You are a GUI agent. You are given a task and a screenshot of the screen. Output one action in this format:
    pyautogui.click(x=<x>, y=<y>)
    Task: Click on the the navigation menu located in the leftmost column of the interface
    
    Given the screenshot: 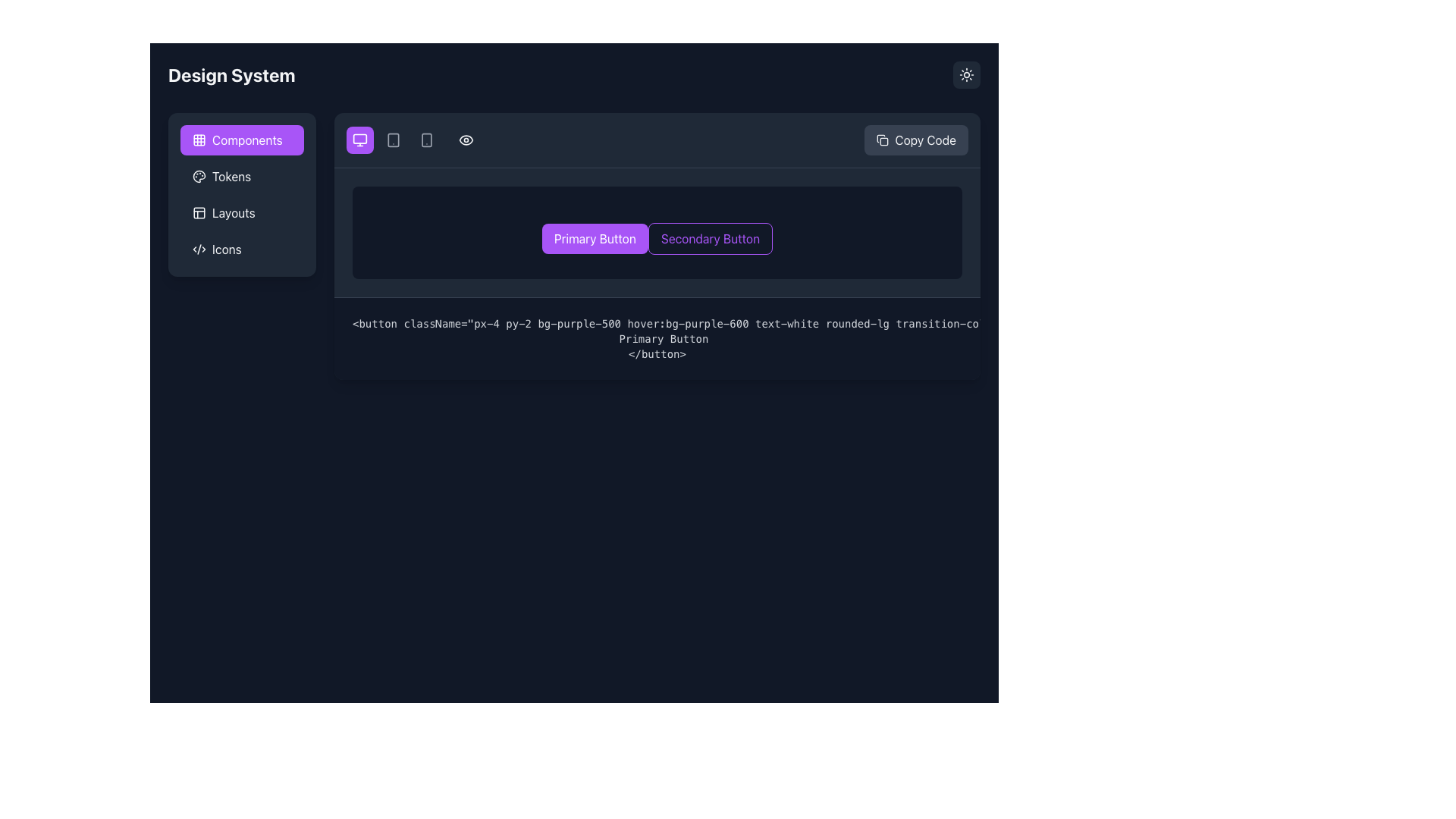 What is the action you would take?
    pyautogui.click(x=241, y=245)
    